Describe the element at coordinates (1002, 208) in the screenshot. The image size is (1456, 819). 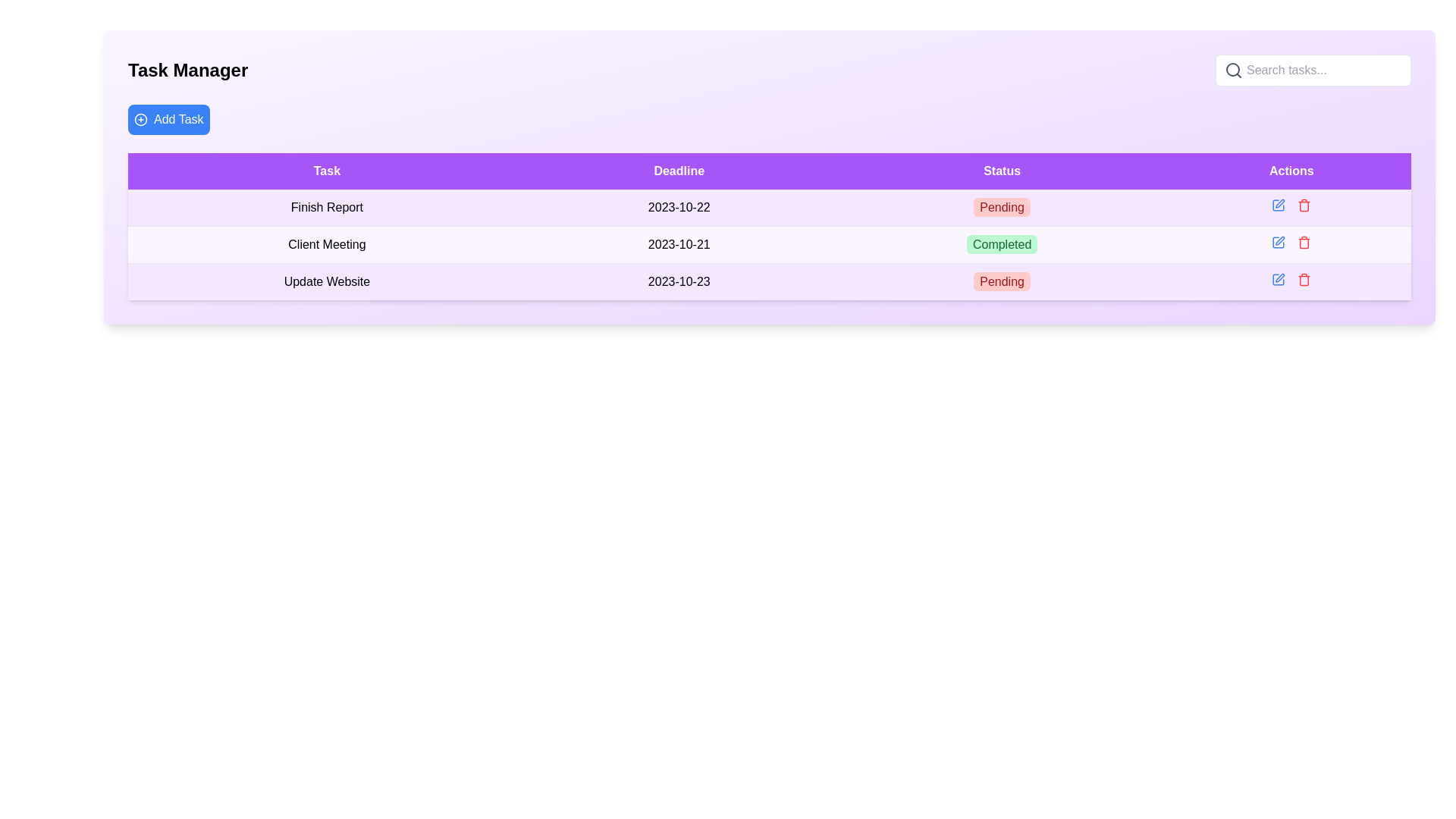
I see `the Status label indicating 'Pending' in the task management table, located in the third column of the second row` at that location.